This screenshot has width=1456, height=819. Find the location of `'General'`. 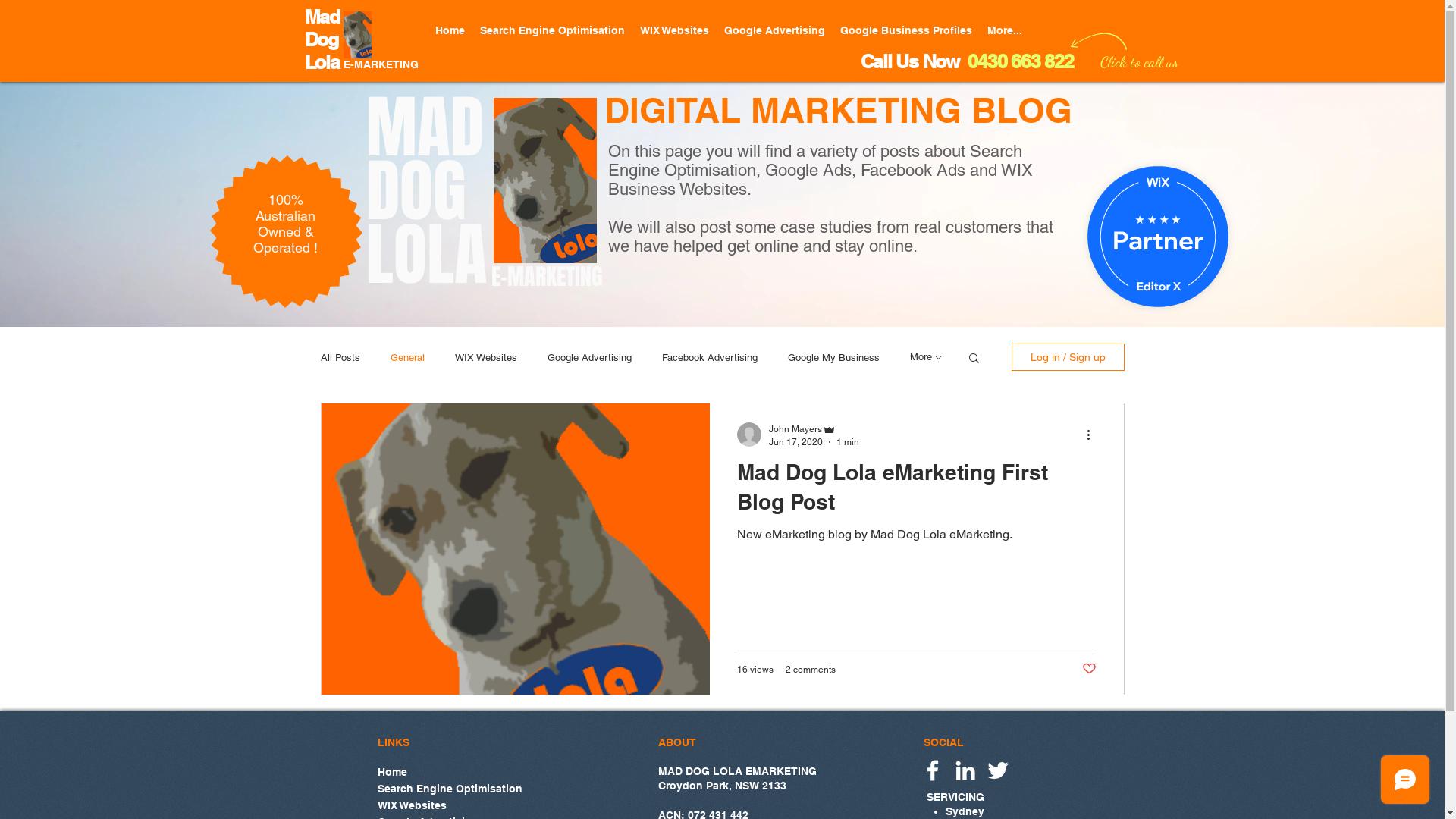

'General' is located at coordinates (406, 357).